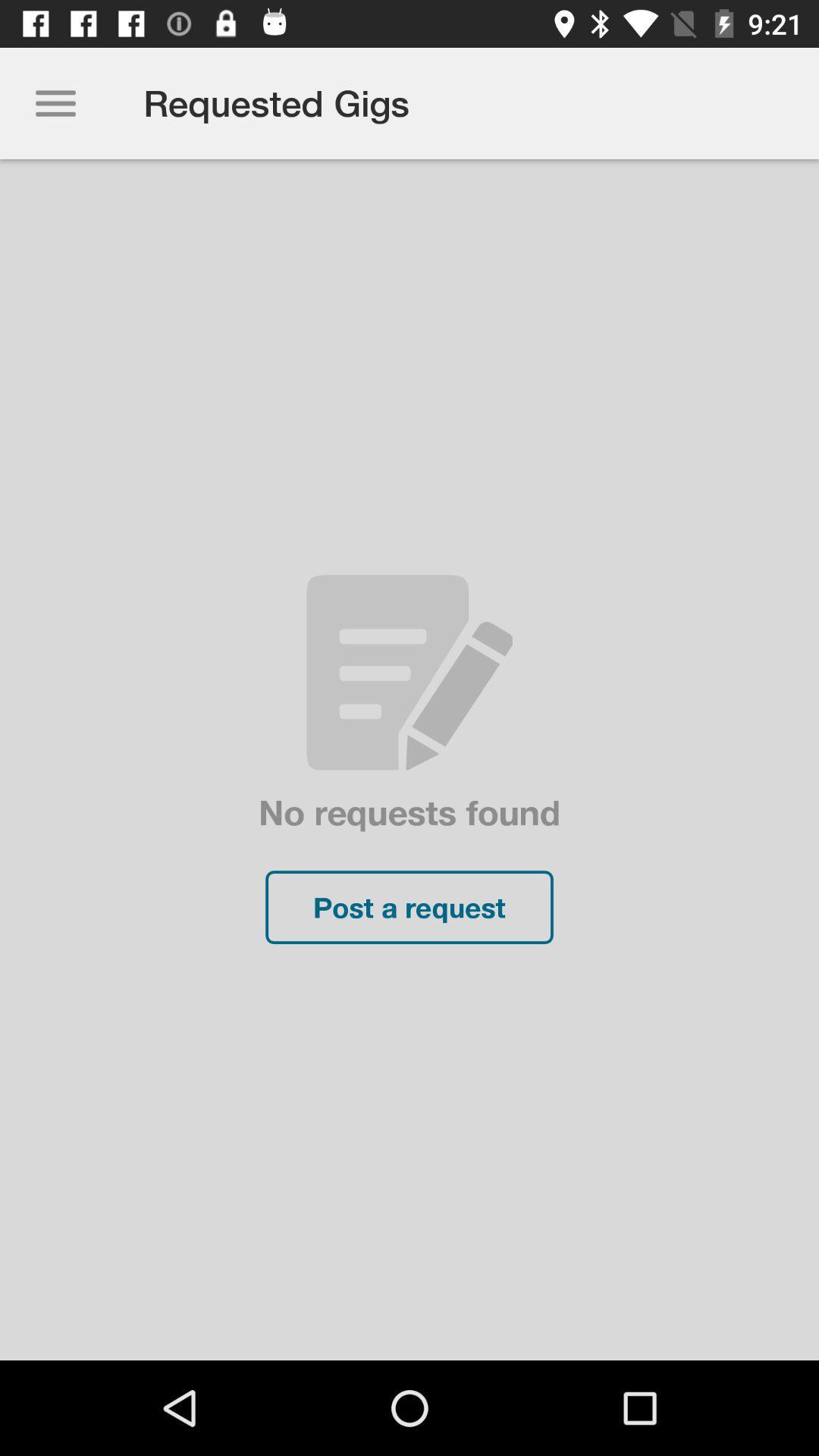  What do you see at coordinates (409, 907) in the screenshot?
I see `the post a request item` at bounding box center [409, 907].